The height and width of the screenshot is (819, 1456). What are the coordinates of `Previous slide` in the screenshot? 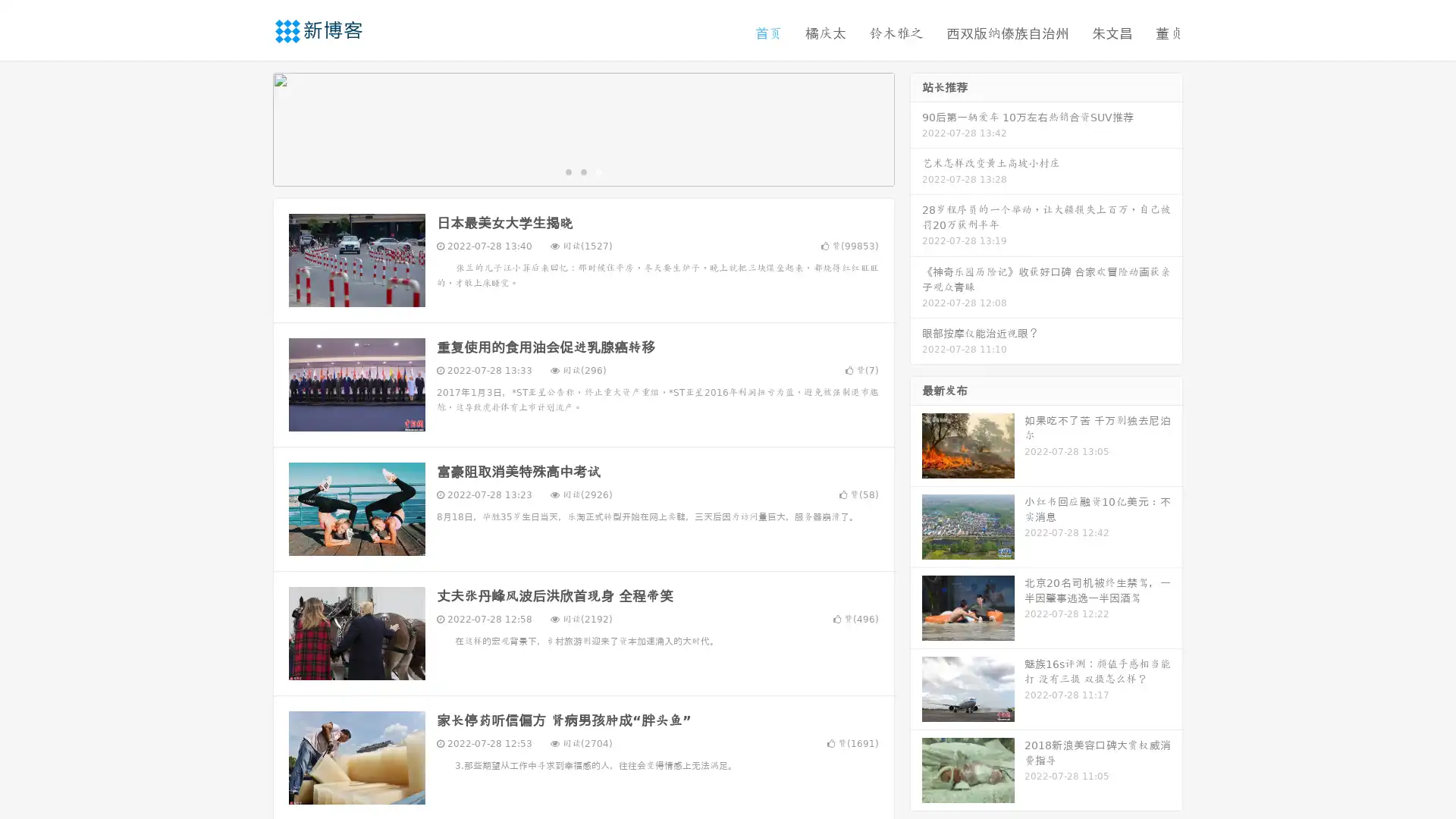 It's located at (250, 127).